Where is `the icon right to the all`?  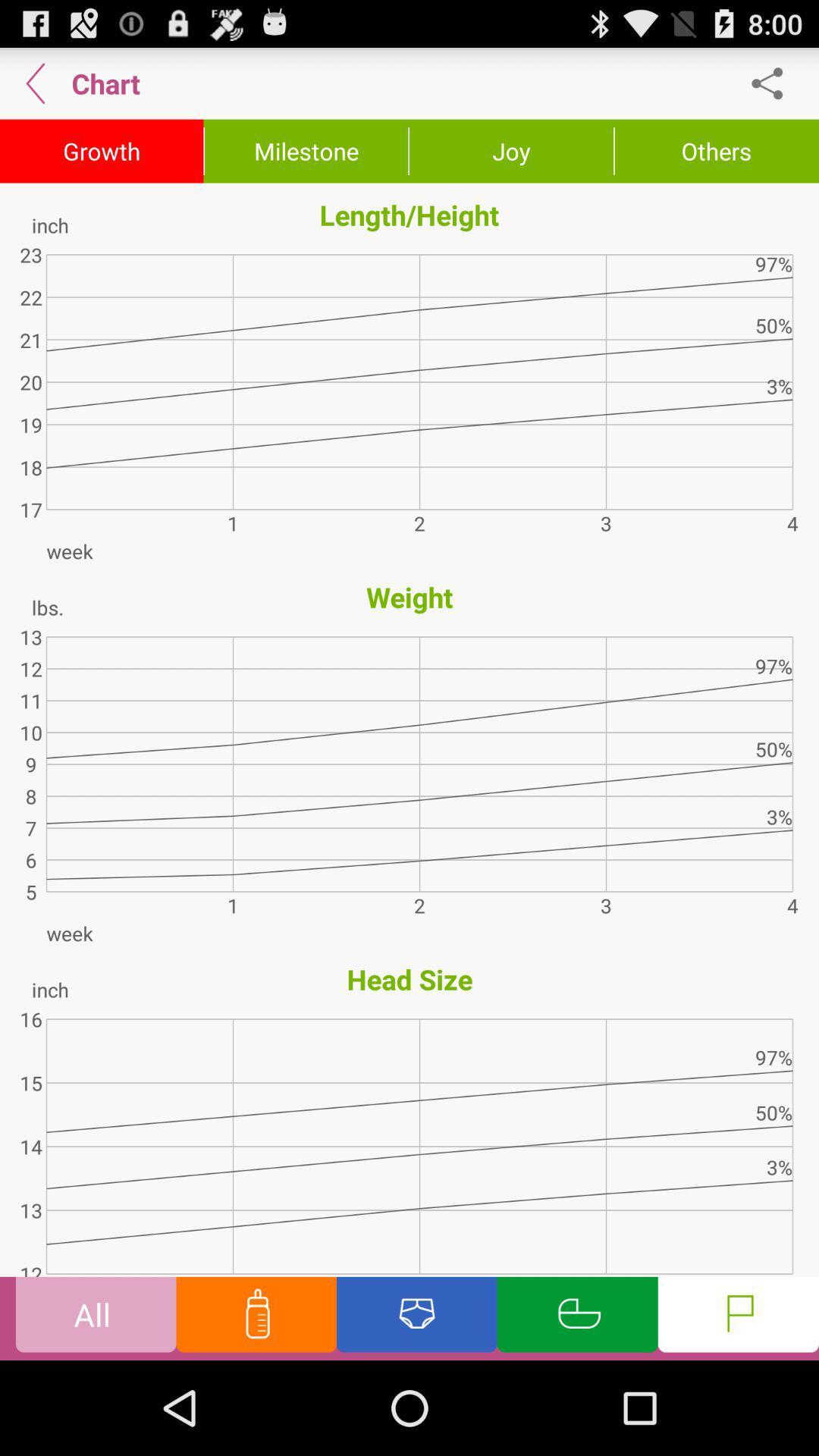
the icon right to the all is located at coordinates (256, 1317).